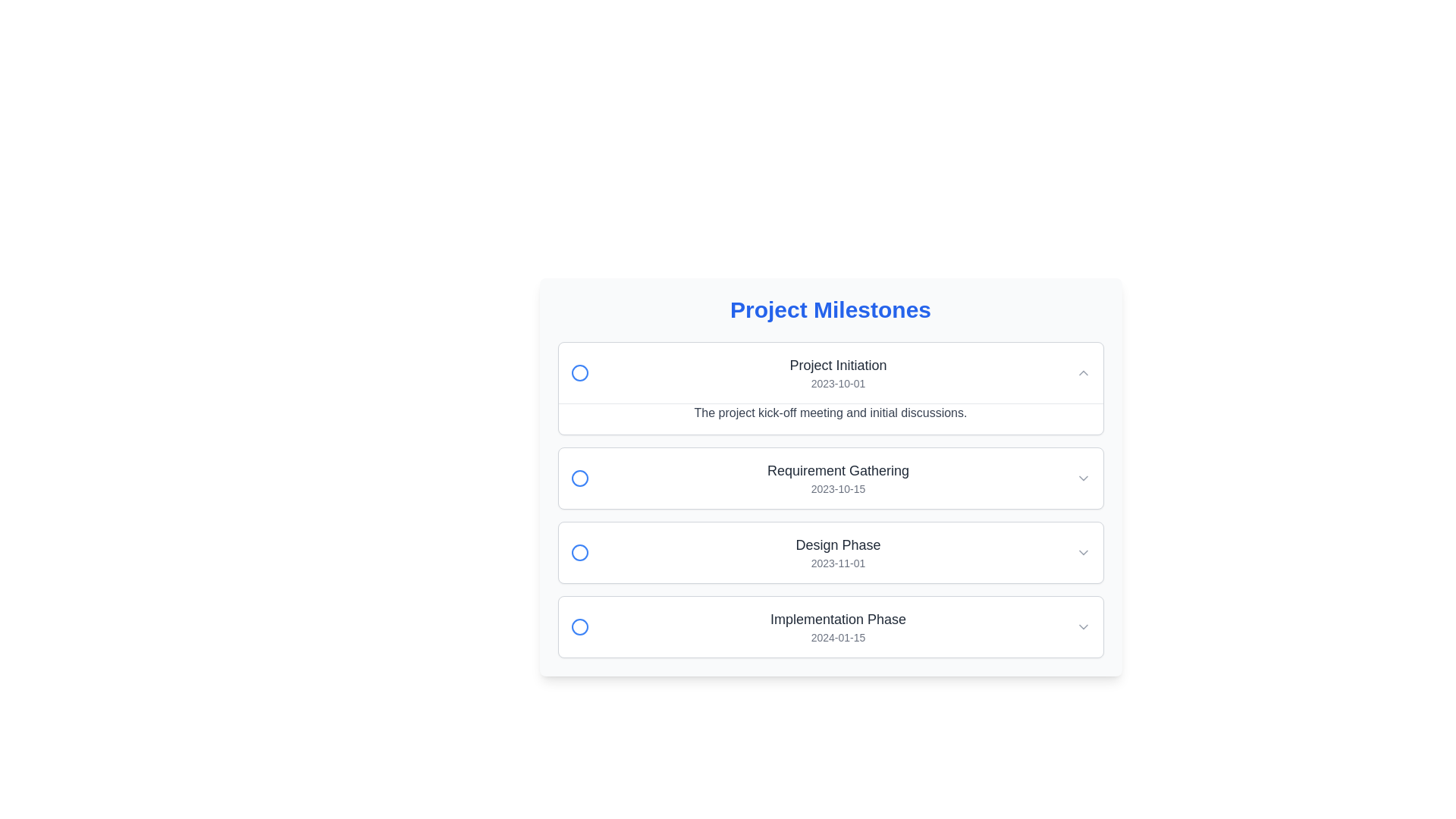 The width and height of the screenshot is (1456, 819). What do you see at coordinates (830, 479) in the screenshot?
I see `the 'Requirement Gathering' text in the second List Item with Expandable Section under 'Project Milestones'` at bounding box center [830, 479].